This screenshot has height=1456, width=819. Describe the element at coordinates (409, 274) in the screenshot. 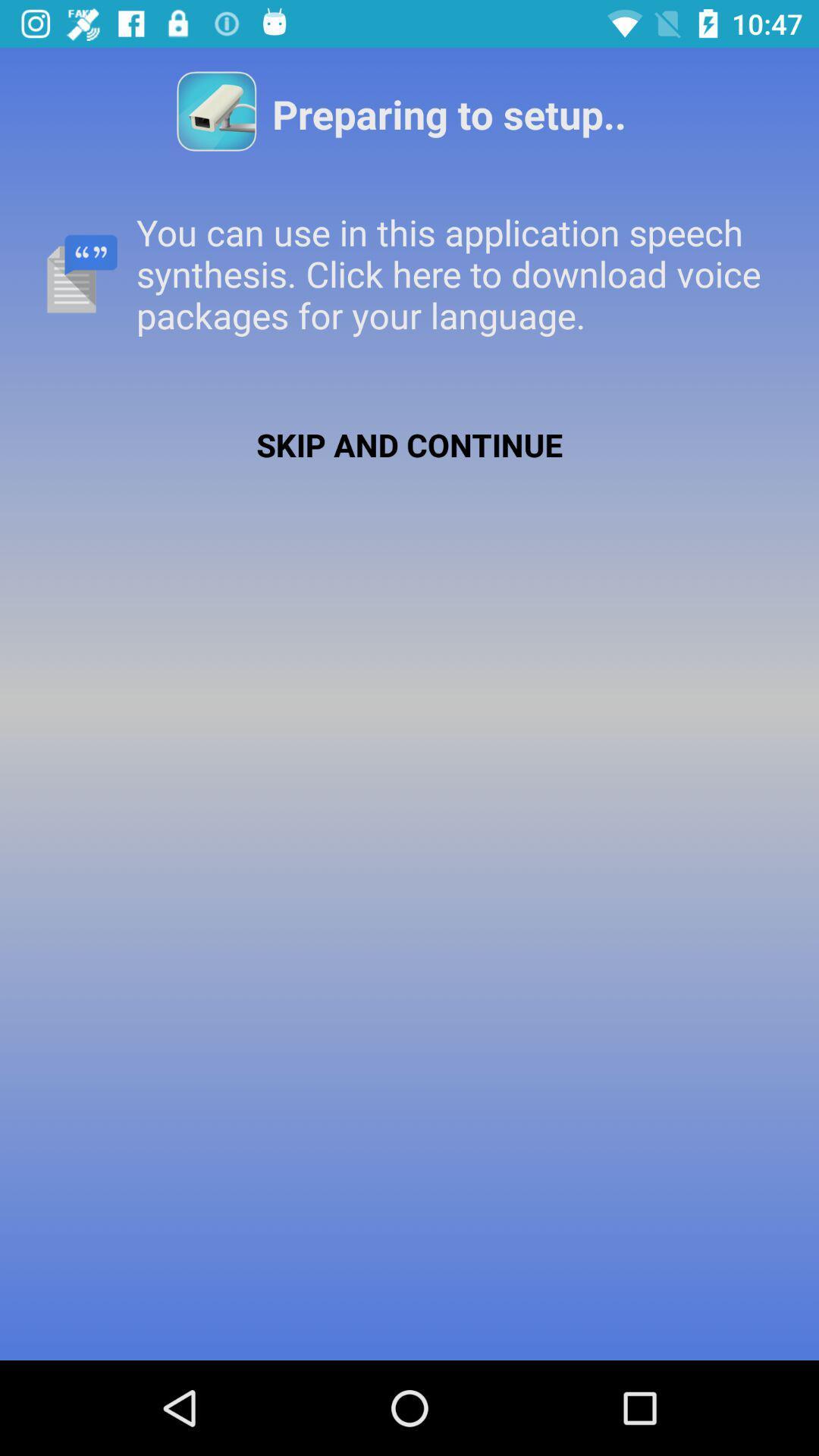

I see `the you can use app` at that location.